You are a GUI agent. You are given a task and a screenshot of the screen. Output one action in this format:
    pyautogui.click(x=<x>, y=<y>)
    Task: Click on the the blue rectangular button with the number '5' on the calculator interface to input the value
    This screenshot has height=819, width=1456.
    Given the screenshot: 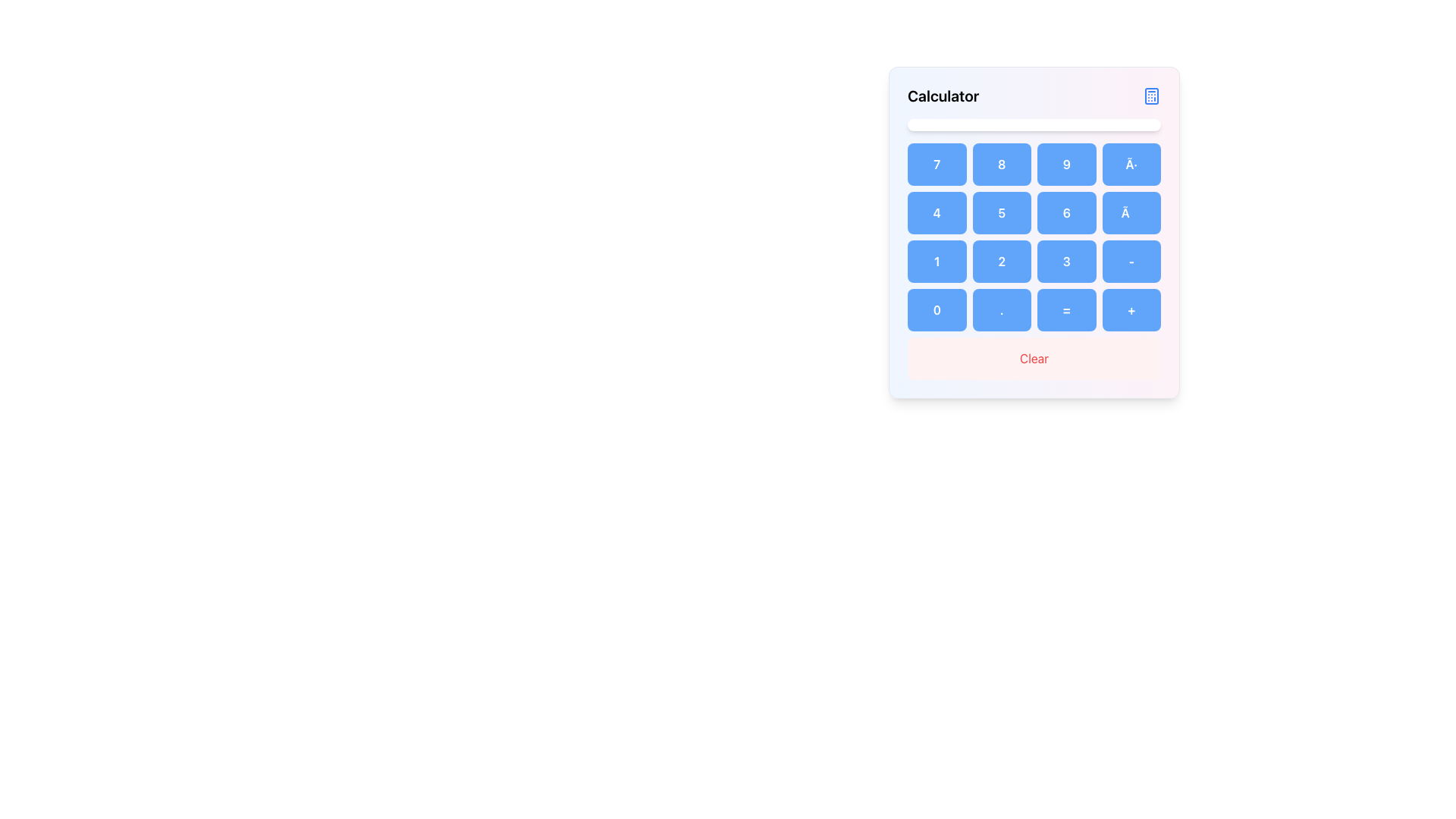 What is the action you would take?
    pyautogui.click(x=1002, y=213)
    